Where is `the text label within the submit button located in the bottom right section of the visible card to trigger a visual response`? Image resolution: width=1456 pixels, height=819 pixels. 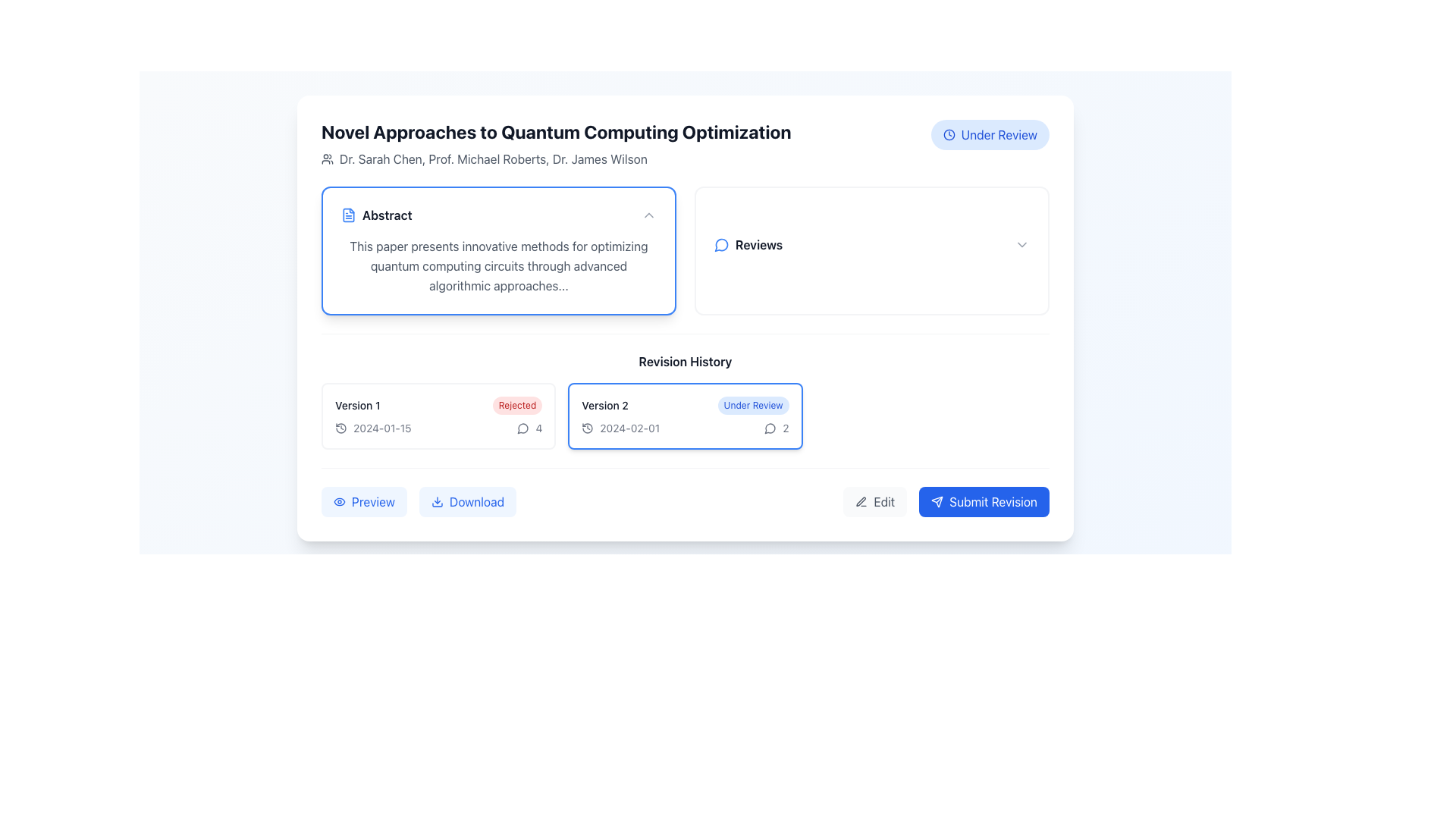 the text label within the submit button located in the bottom right section of the visible card to trigger a visual response is located at coordinates (993, 502).